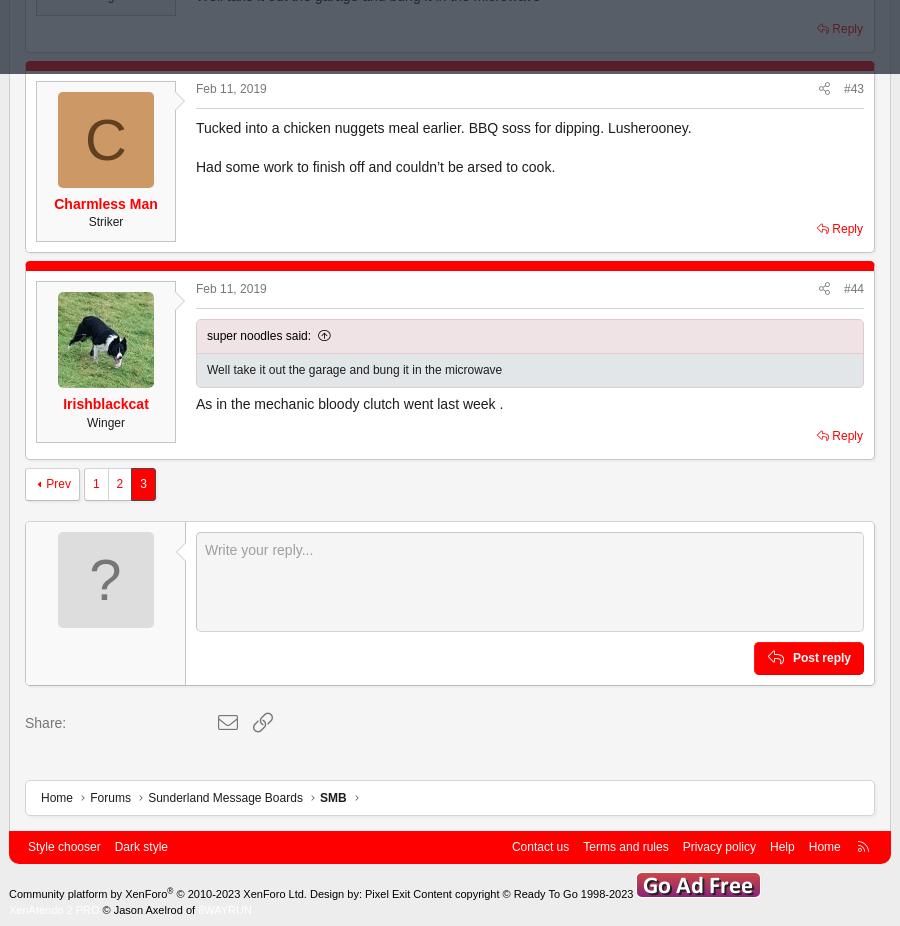 Image resolution: width=900 pixels, height=926 pixels. What do you see at coordinates (769, 847) in the screenshot?
I see `'Help'` at bounding box center [769, 847].